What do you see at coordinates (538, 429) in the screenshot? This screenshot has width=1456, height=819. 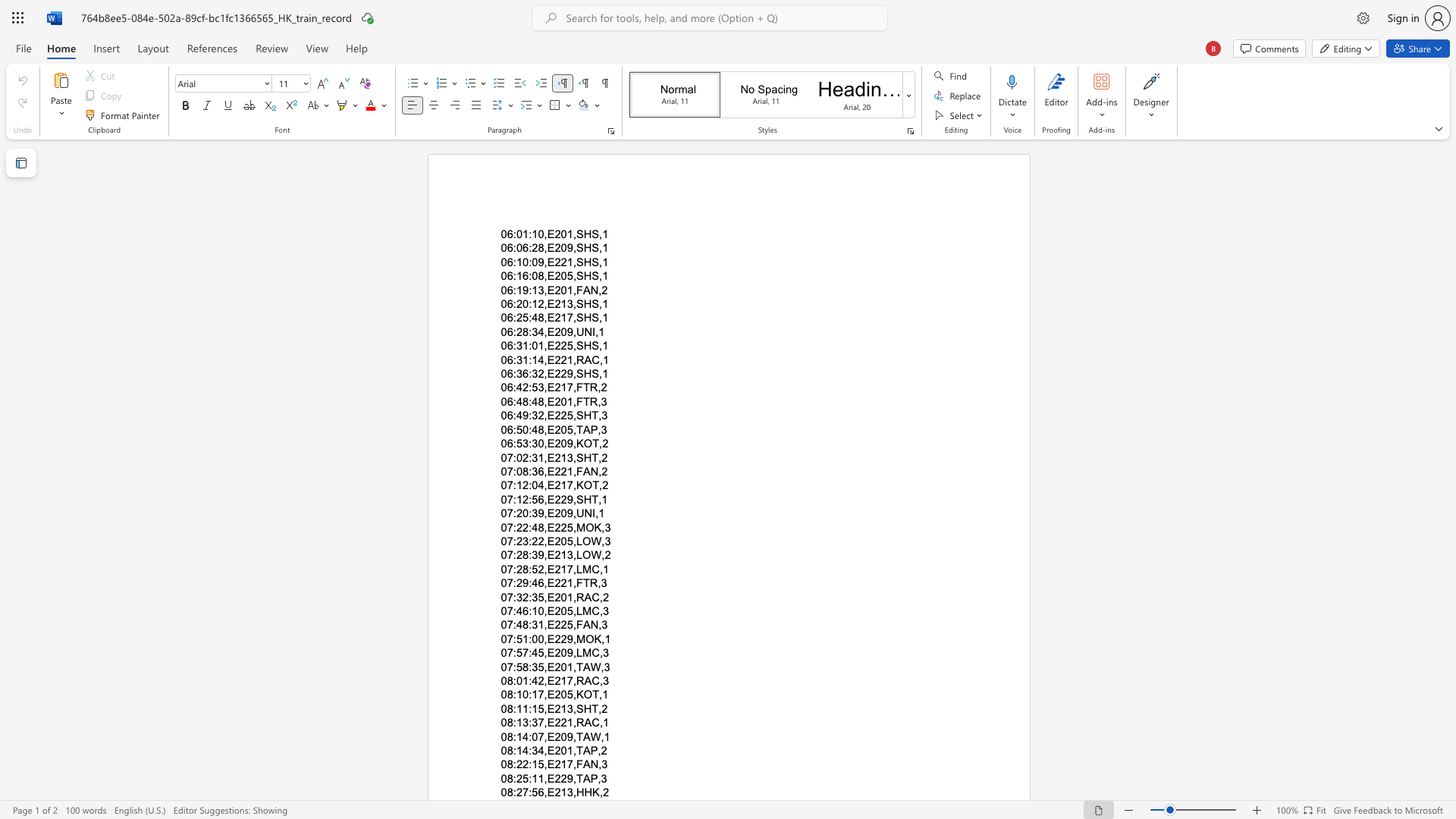 I see `the space between the continuous character "4" and "8" in the text` at bounding box center [538, 429].